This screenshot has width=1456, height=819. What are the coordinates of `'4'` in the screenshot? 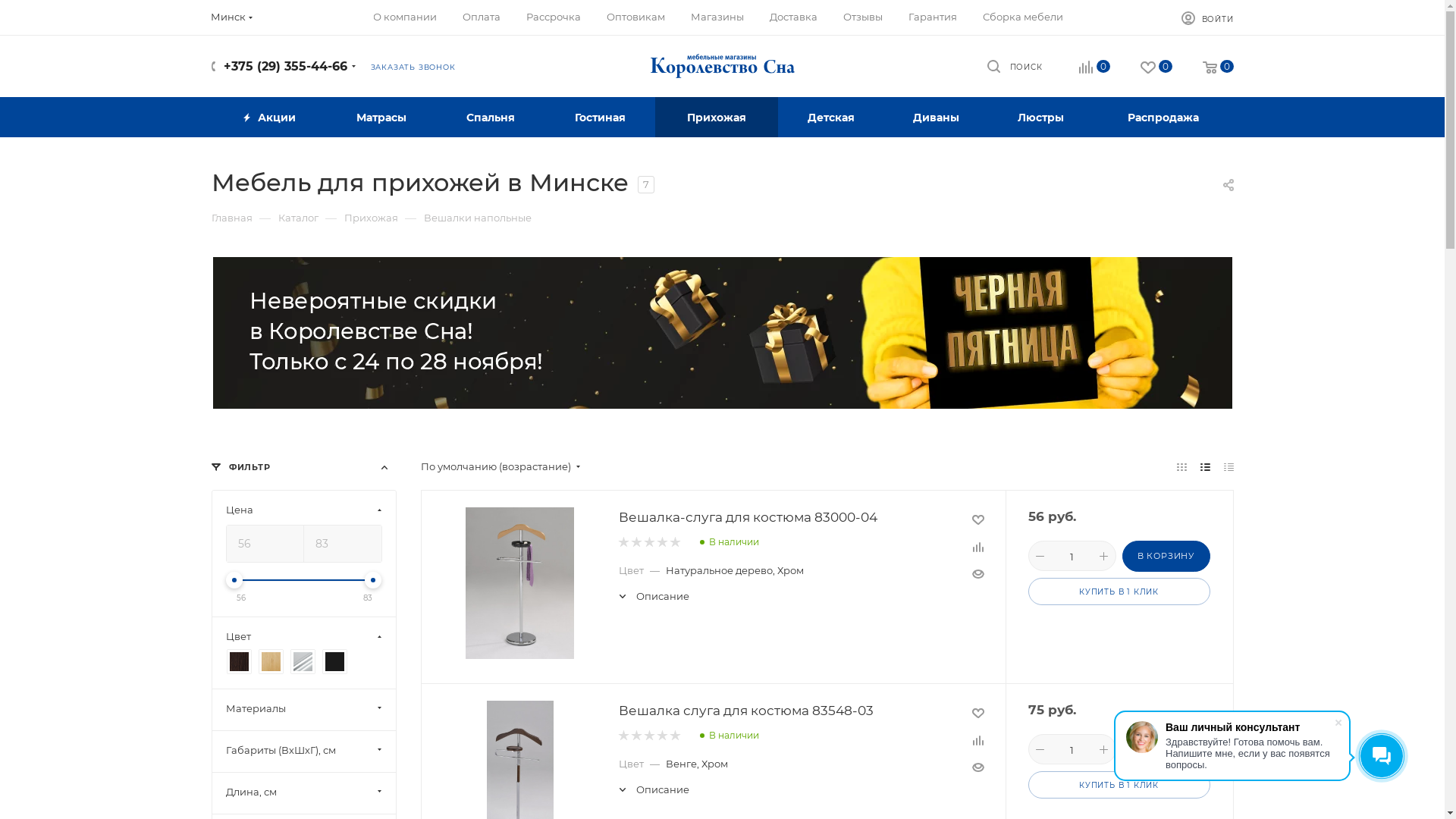 It's located at (661, 735).